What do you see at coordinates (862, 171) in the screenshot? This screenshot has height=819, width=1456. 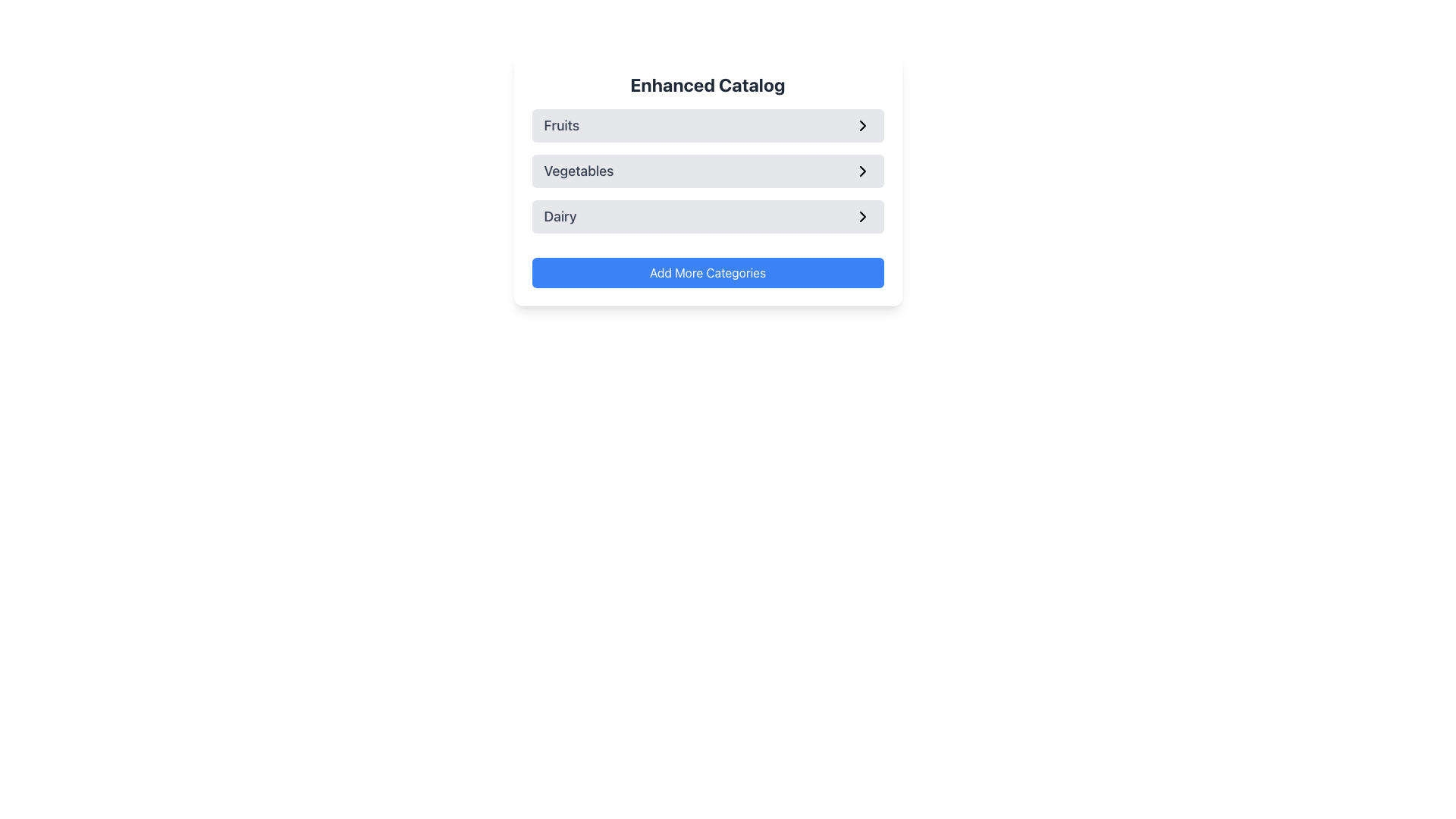 I see `the right-chevron icon aligned with the 'Vegetables' list item` at bounding box center [862, 171].